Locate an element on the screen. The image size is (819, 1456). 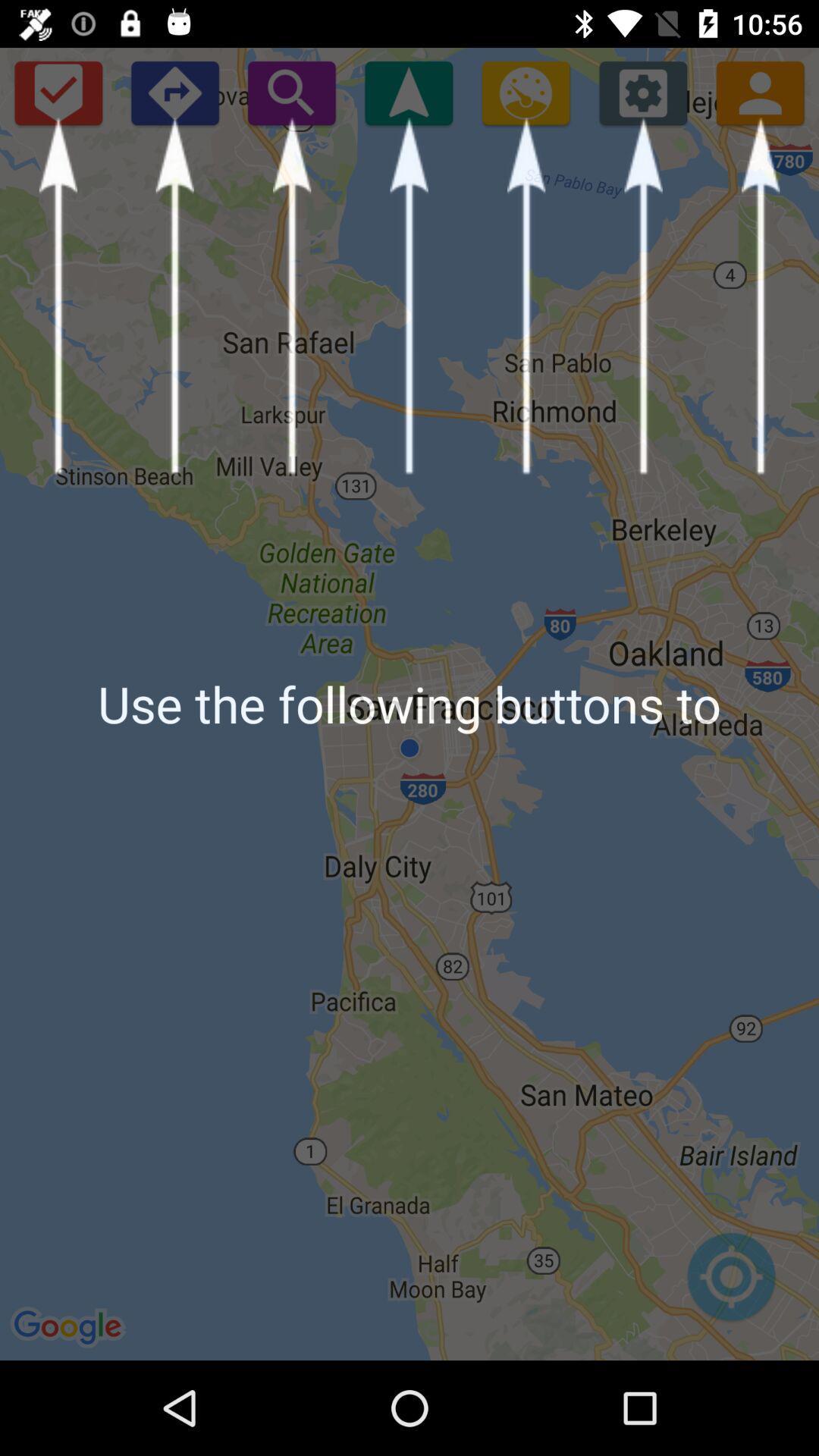
the icon above use the following is located at coordinates (643, 92).